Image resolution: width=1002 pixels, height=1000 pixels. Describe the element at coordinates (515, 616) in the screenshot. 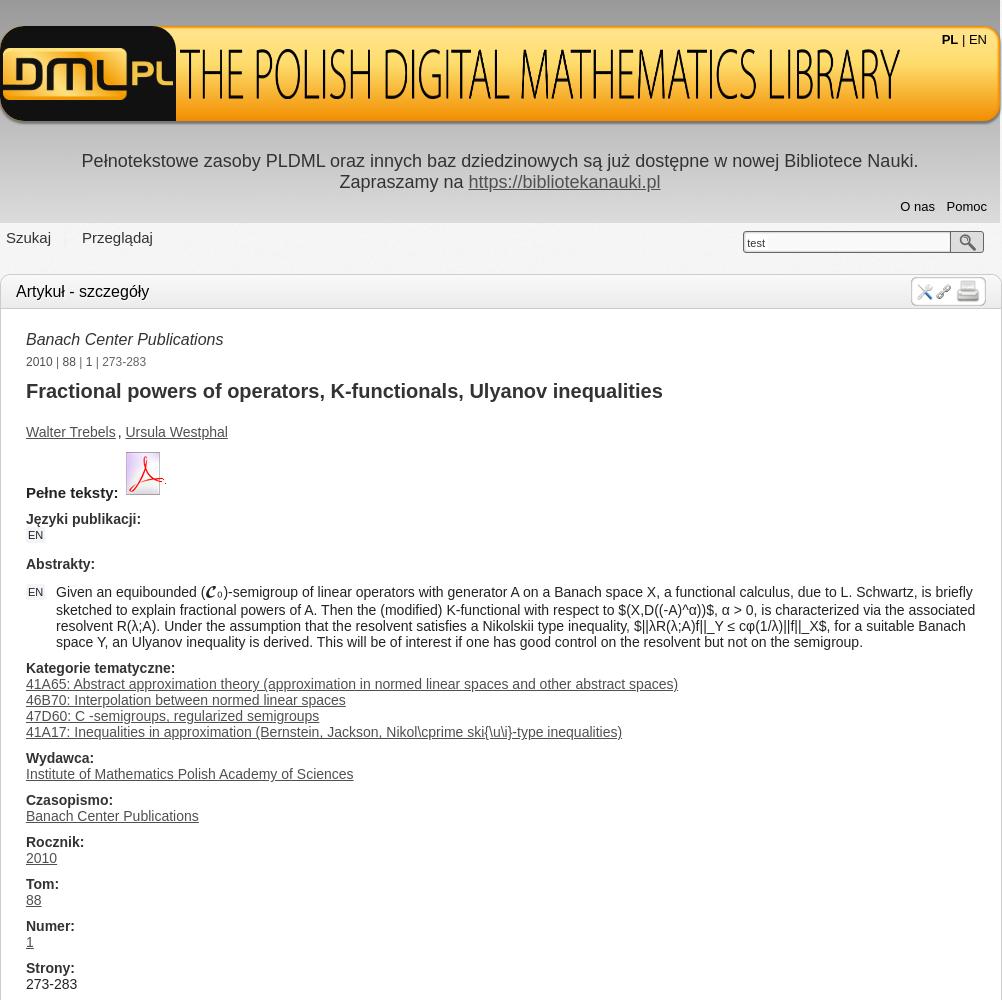

I see `'Given an equibounded (𝓒₀)-semigroup of linear operators with generator A on a Banach space X, a functional calculus, due to L. Schwartz, is briefly sketched to explain fractional powers of A. Then the (modified) K-functional with respect to $(X,D((-A)^α))$, α > 0, is characterized via the associated resolvent R(λ;A). Under the assumption that the resolvent satisfies a Nikolskii type inequality, $||λR(λ;A)f||_Y ≤ cφ(1/λ)||f||_X$, for a suitable Banach space Y, an Ulyanov inequality is derived. This will be of interest if one has good control on the resolvent but not on the semigroup.'` at that location.